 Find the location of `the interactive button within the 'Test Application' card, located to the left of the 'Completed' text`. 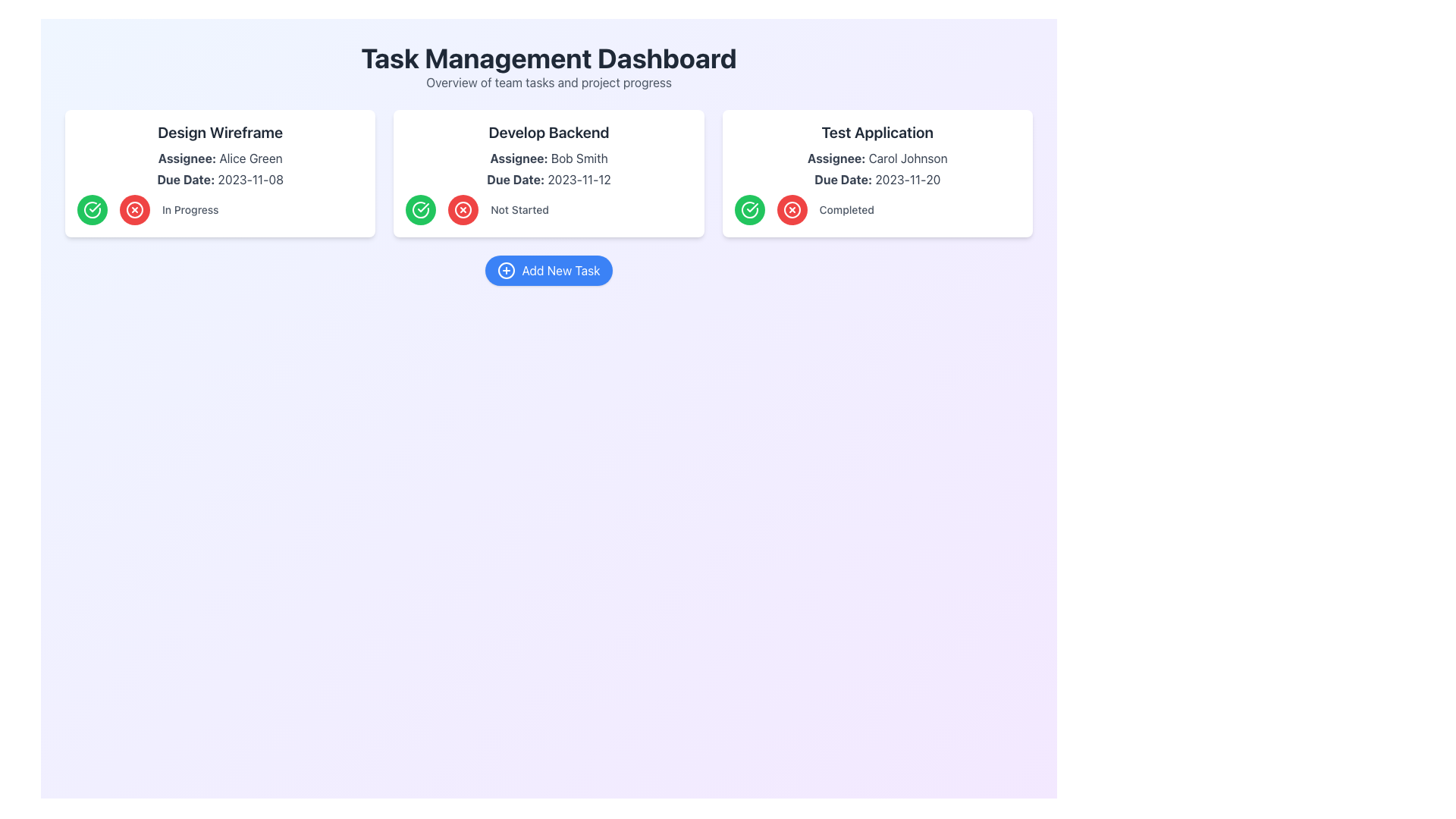

the interactive button within the 'Test Application' card, located to the left of the 'Completed' text is located at coordinates (791, 210).